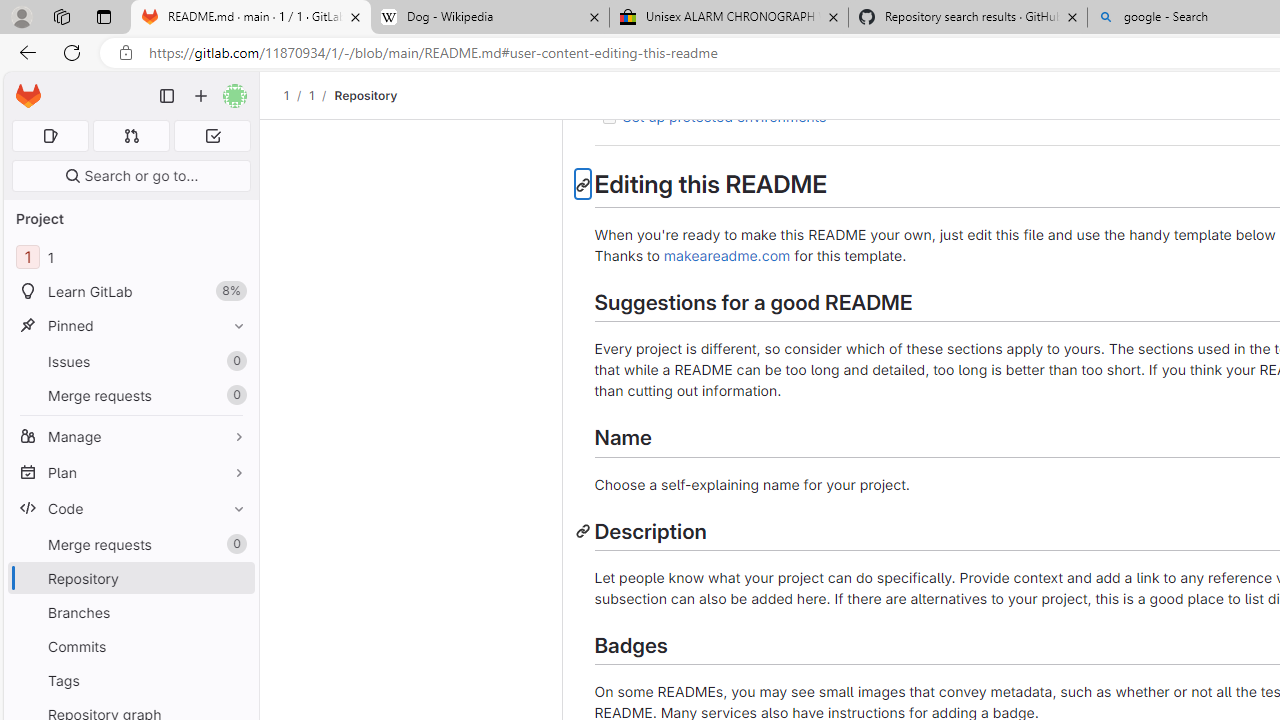 This screenshot has width=1280, height=720. I want to click on 'Assigned issues 0', so click(50, 135).